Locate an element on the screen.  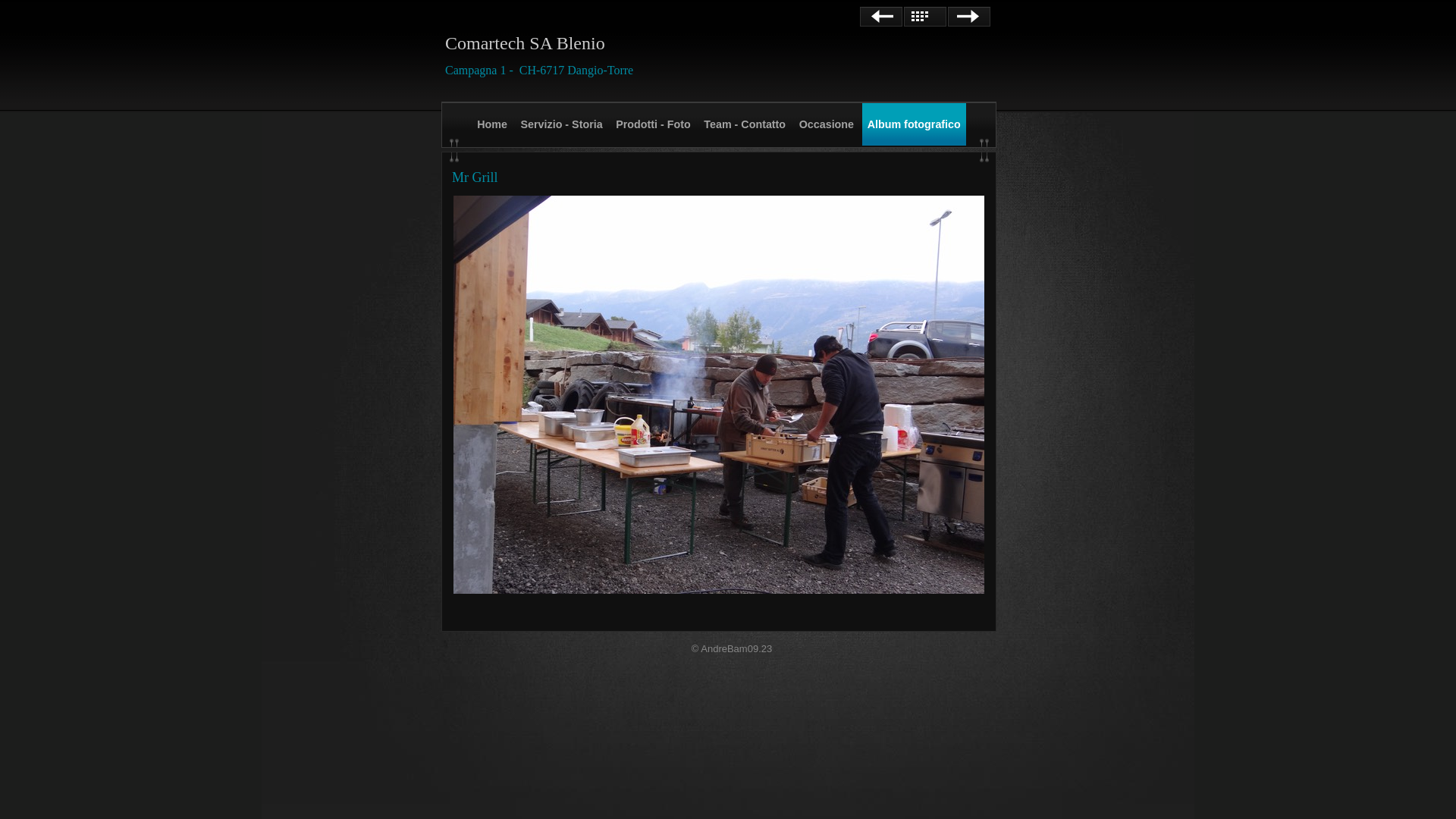
'Comartech SA Blenio' is located at coordinates (525, 42).